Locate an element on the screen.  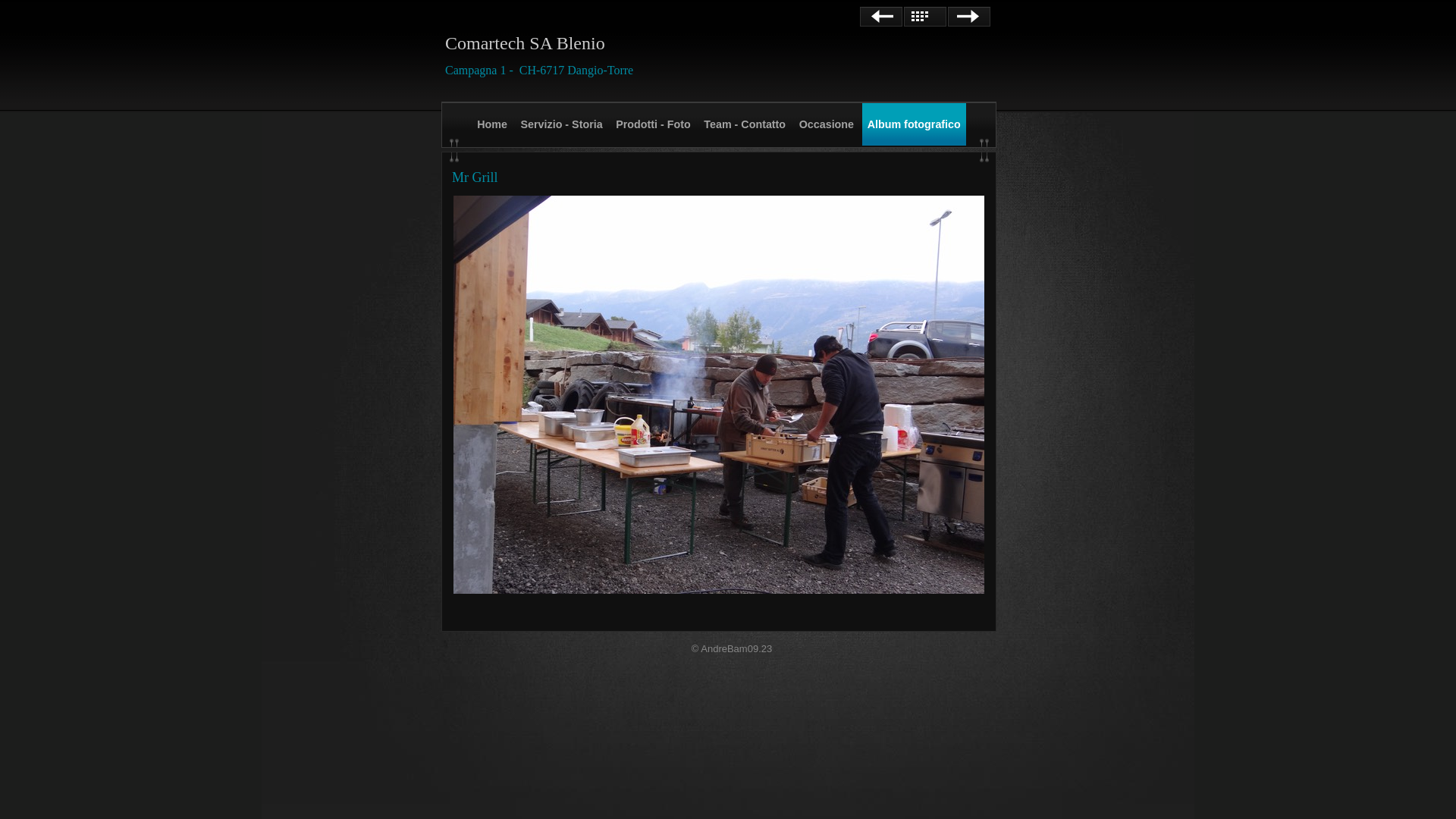
'Comartech SA Blenio' is located at coordinates (525, 42).